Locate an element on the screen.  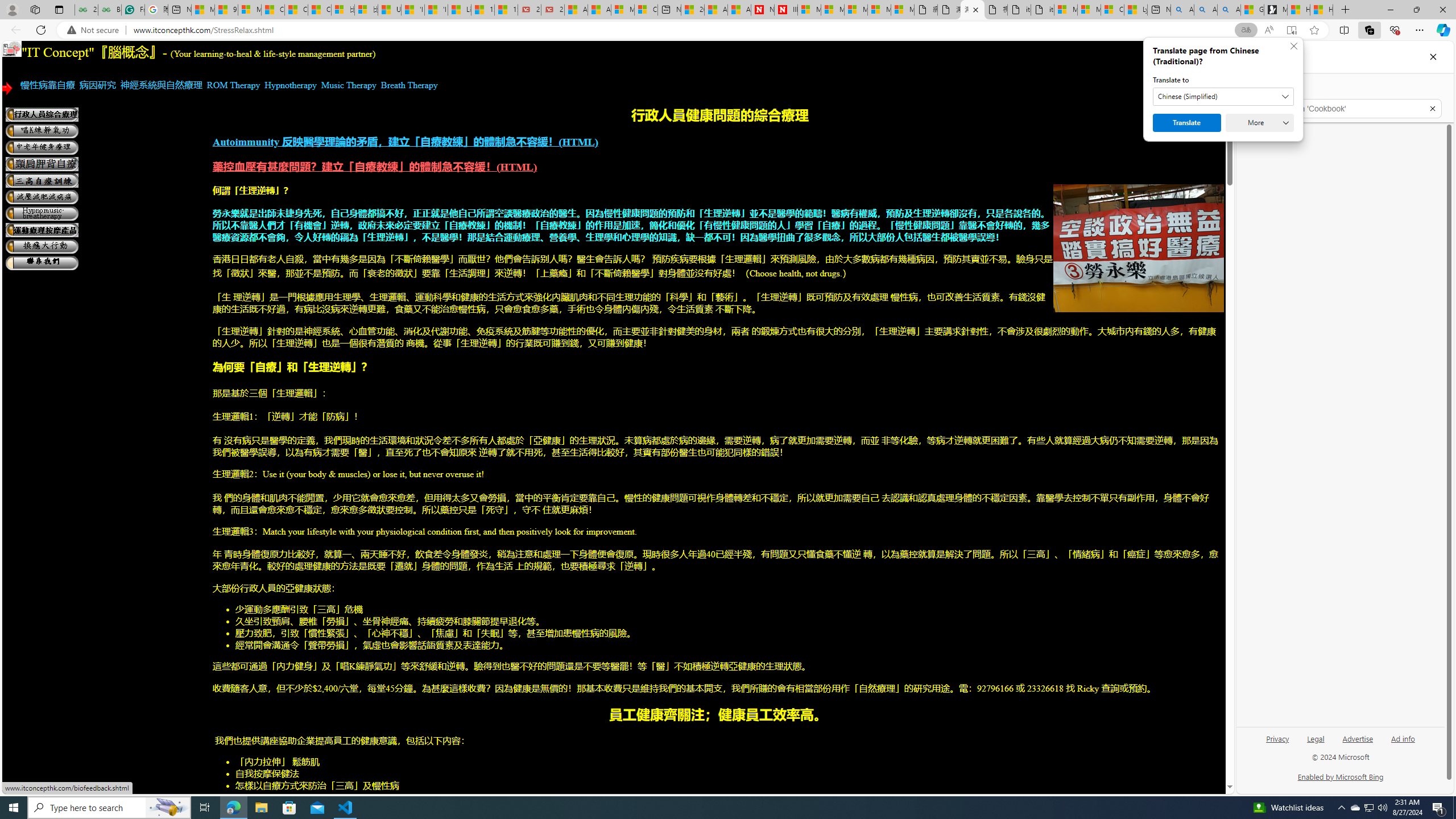
'Search in ' is located at coordinates (1345, 109).